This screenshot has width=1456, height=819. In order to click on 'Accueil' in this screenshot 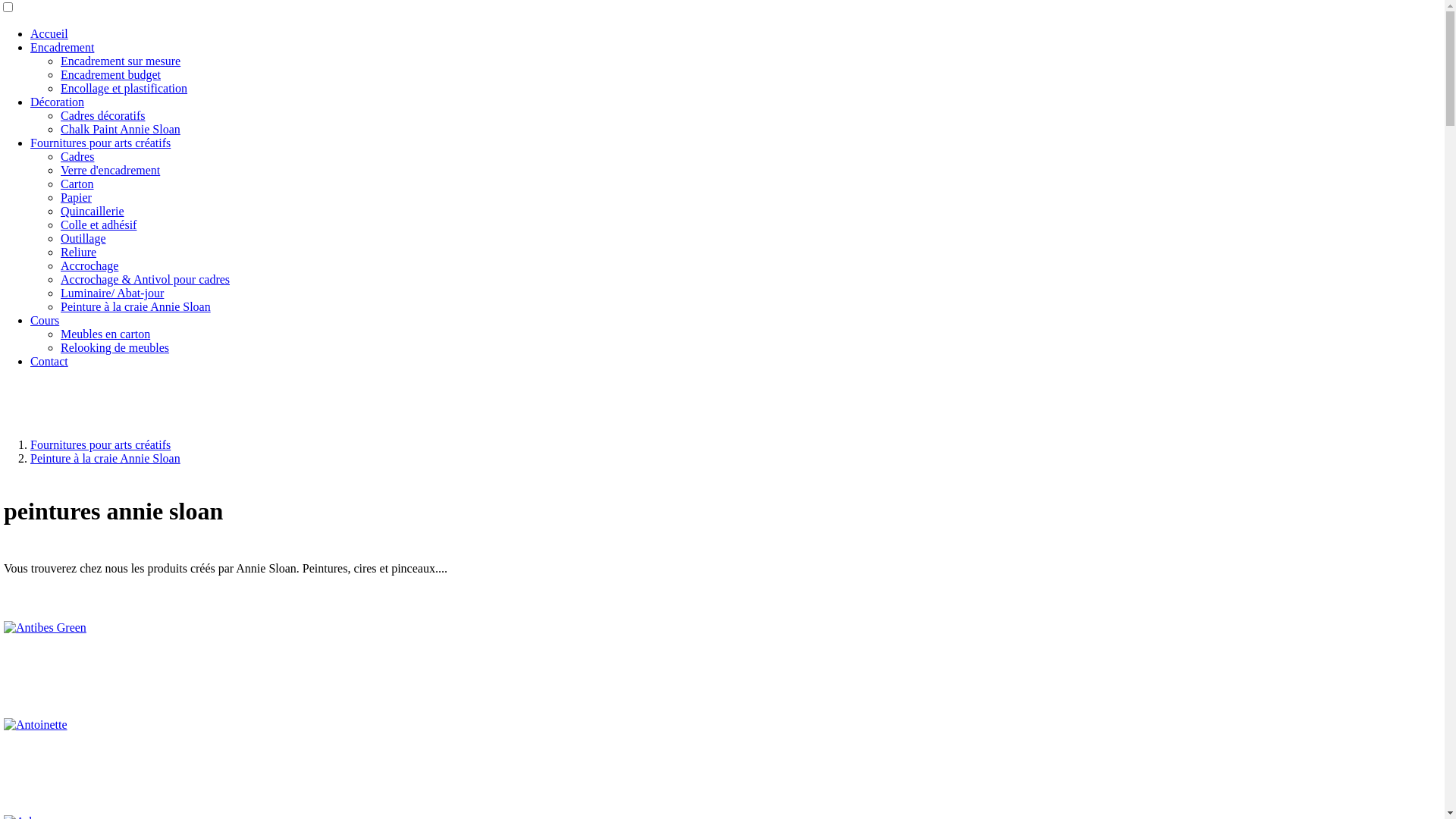, I will do `click(30, 33)`.